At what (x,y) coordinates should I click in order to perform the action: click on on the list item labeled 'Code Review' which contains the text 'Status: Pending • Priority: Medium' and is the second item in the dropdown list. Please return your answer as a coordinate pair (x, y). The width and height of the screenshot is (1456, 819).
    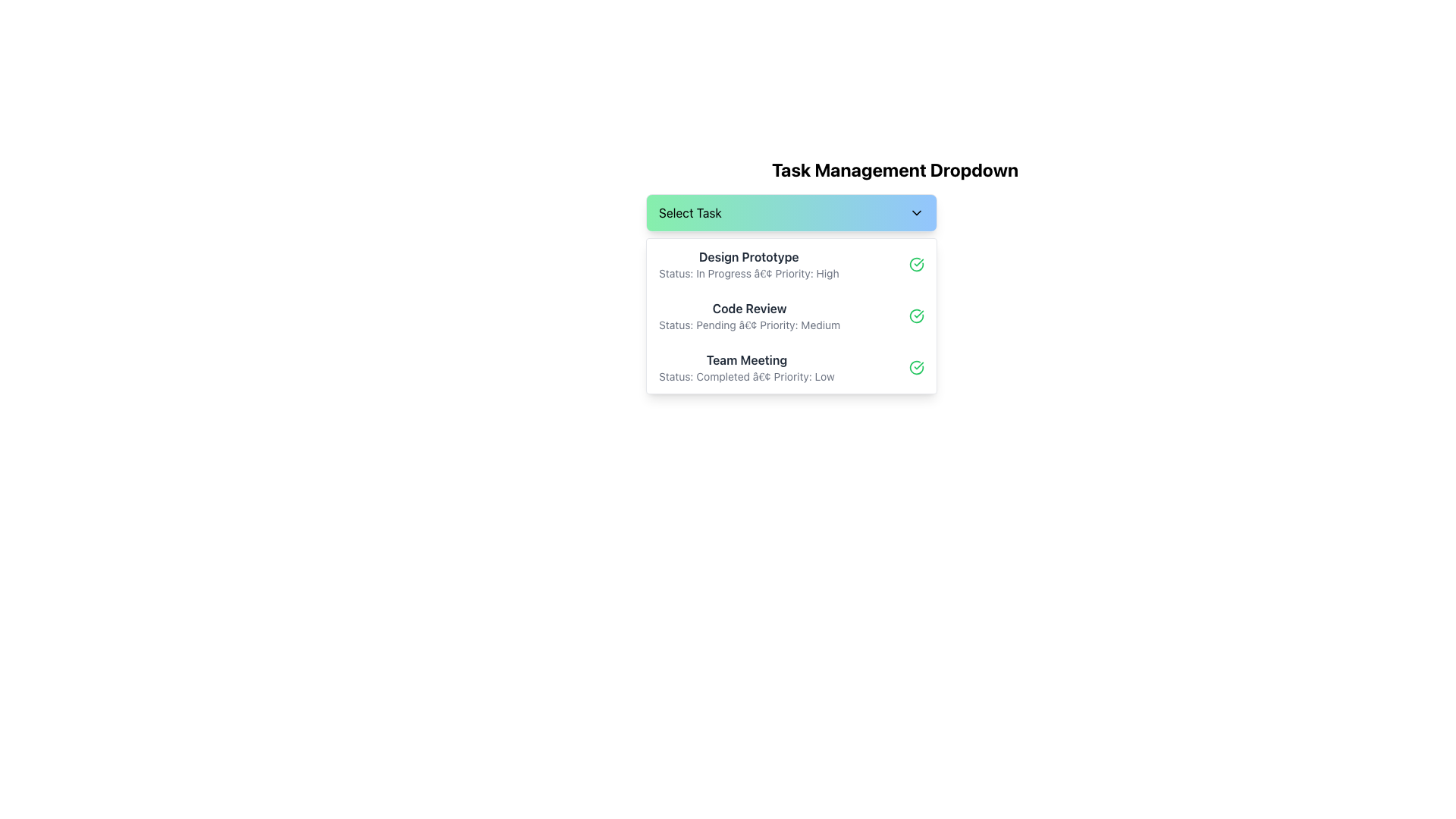
    Looking at the image, I should click on (790, 315).